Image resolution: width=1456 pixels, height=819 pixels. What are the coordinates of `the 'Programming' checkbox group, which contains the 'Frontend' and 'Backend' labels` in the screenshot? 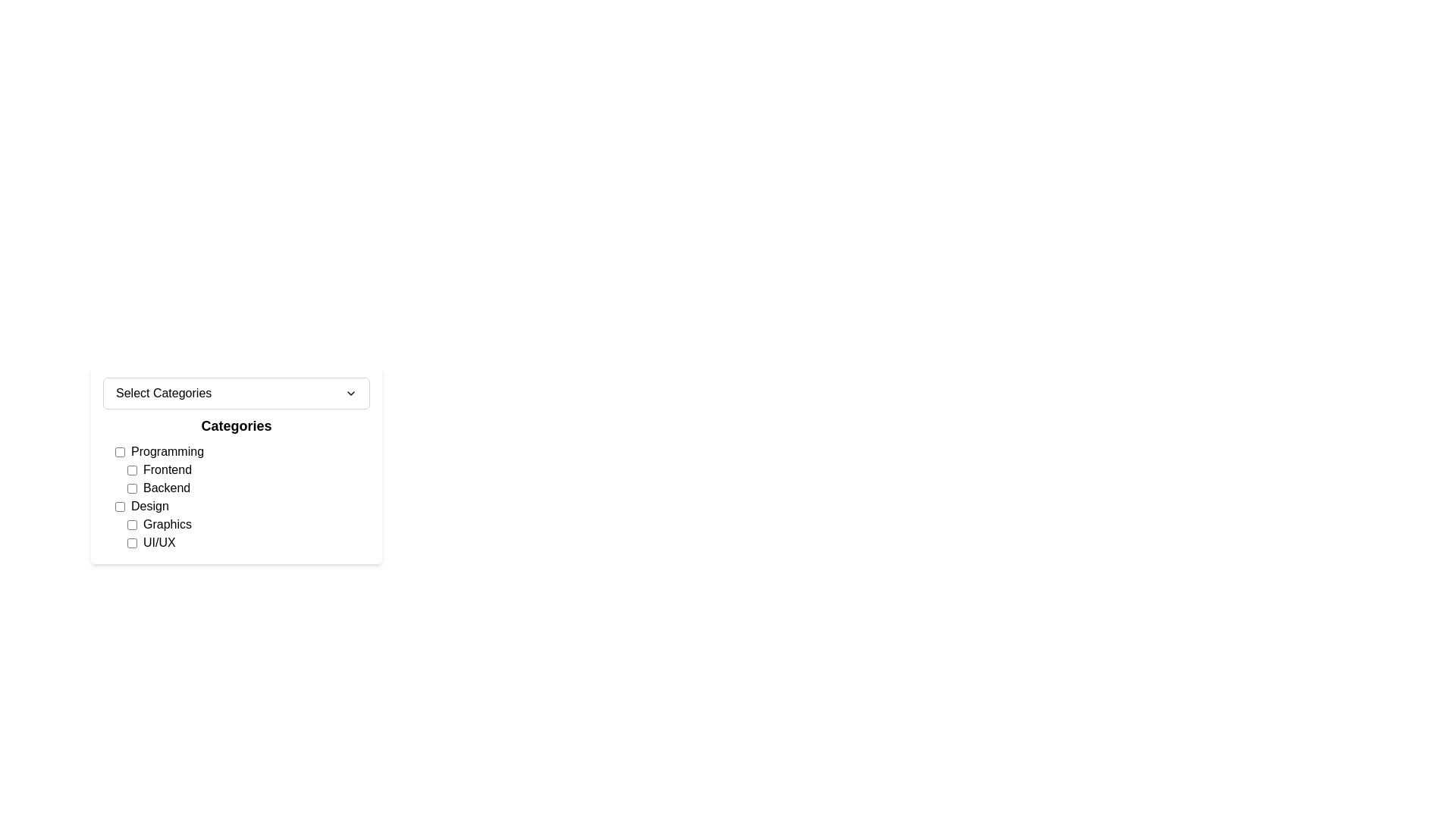 It's located at (243, 469).